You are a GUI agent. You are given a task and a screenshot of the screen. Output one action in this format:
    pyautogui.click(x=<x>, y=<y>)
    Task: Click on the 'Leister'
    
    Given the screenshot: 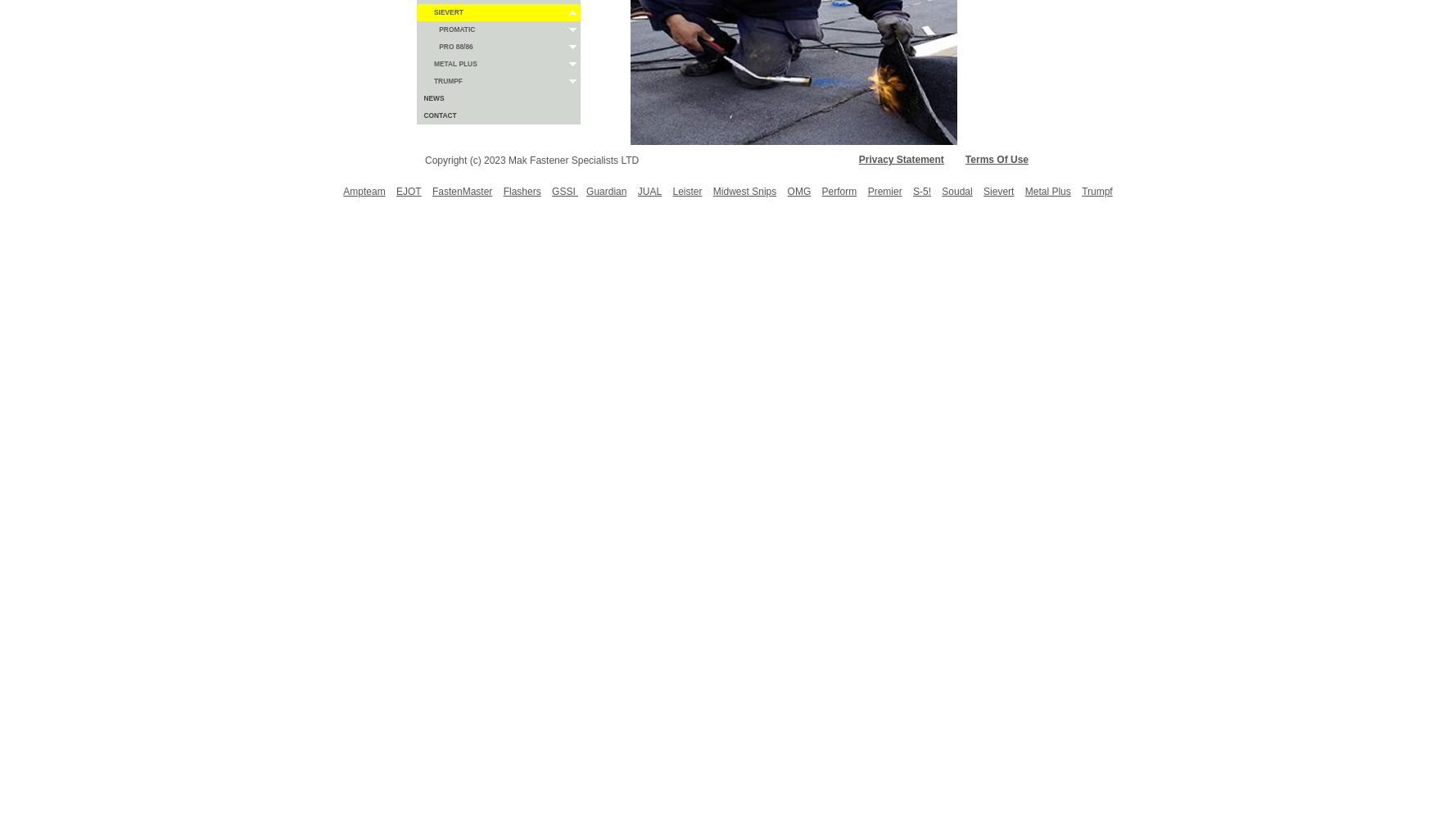 What is the action you would take?
    pyautogui.click(x=686, y=191)
    